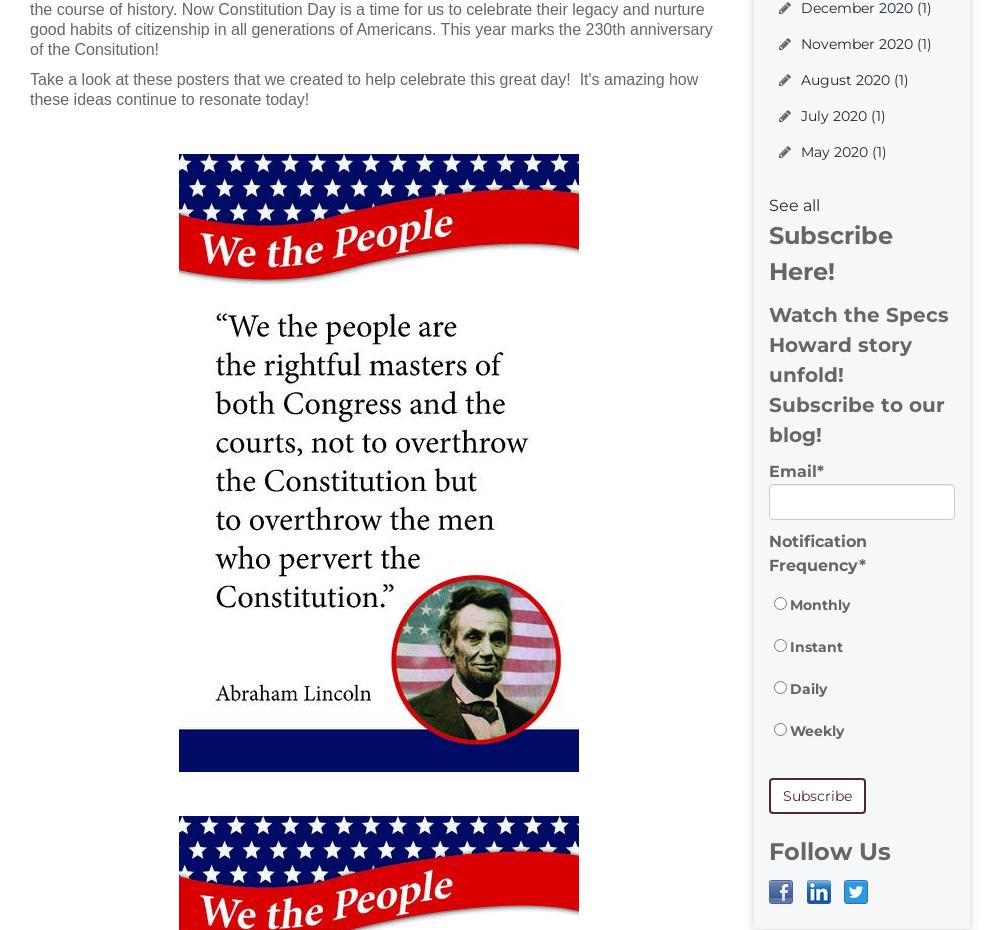 This screenshot has width=1000, height=930. I want to click on 'Subscribe Here!', so click(830, 253).